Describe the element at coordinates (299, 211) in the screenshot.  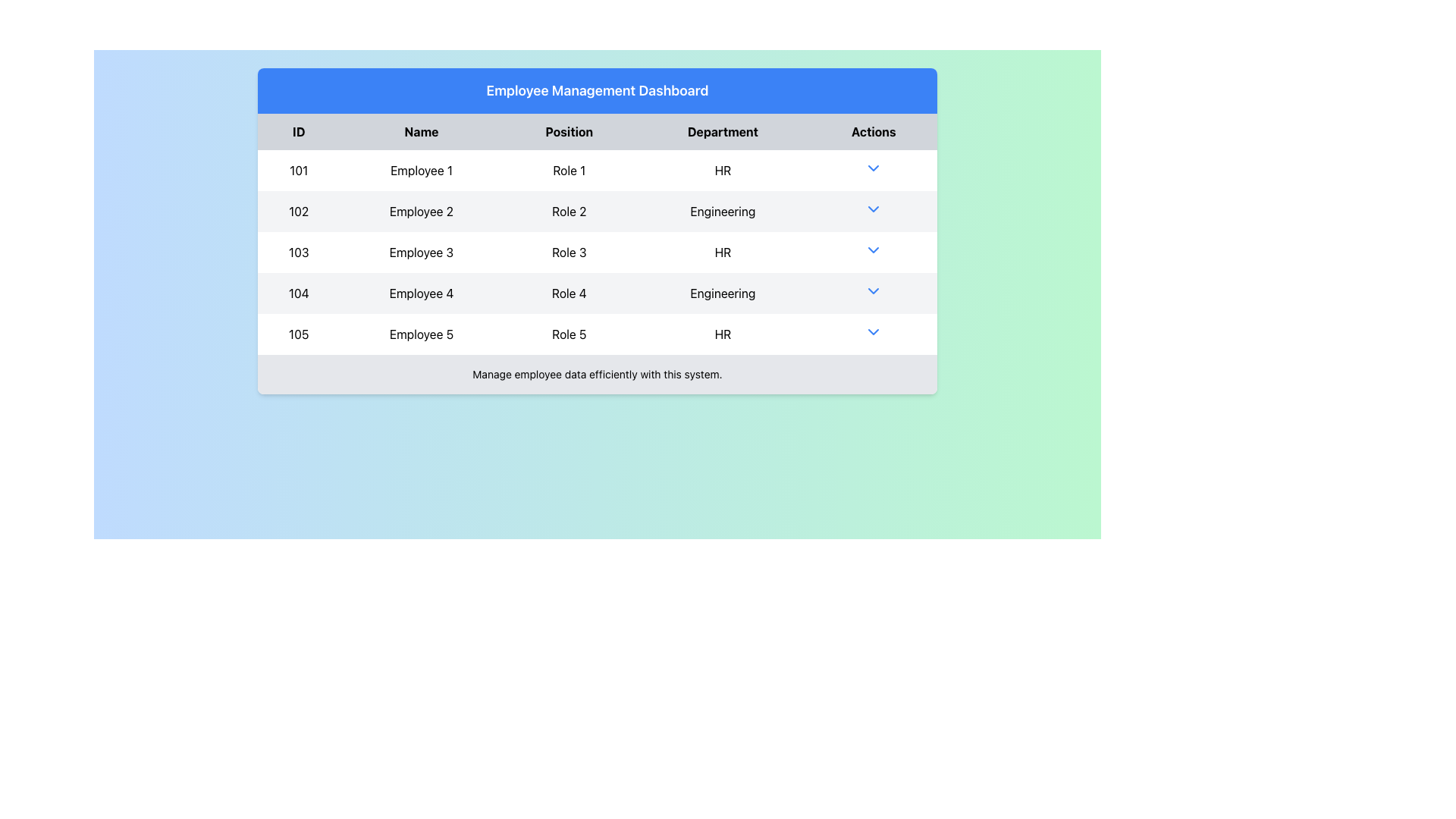
I see `the static text element that identifies the row for 'Employee 2' in the first column of the table under the 'ID' header` at that location.